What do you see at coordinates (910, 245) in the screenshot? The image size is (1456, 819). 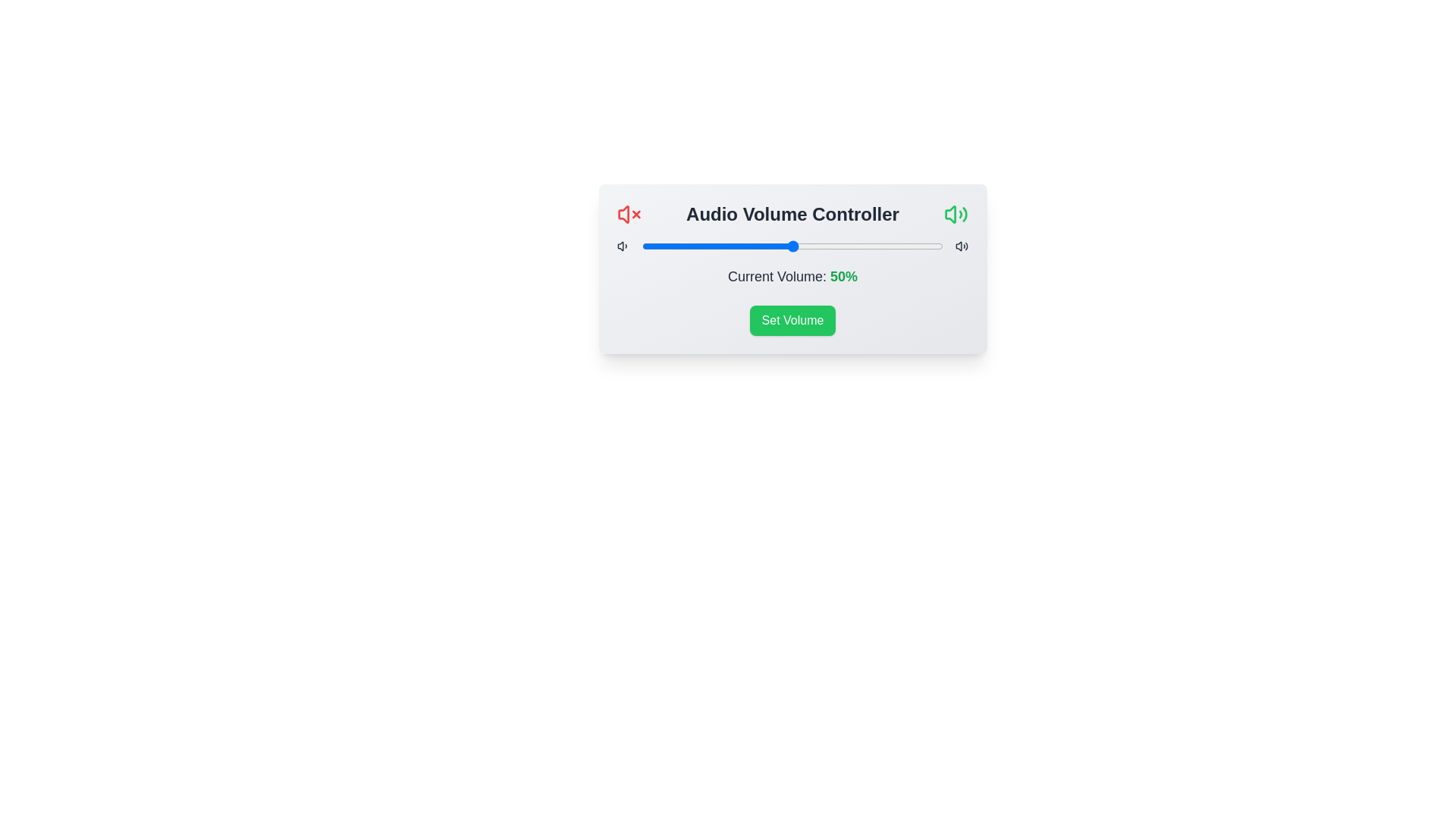 I see `the volume slider to 89%` at bounding box center [910, 245].